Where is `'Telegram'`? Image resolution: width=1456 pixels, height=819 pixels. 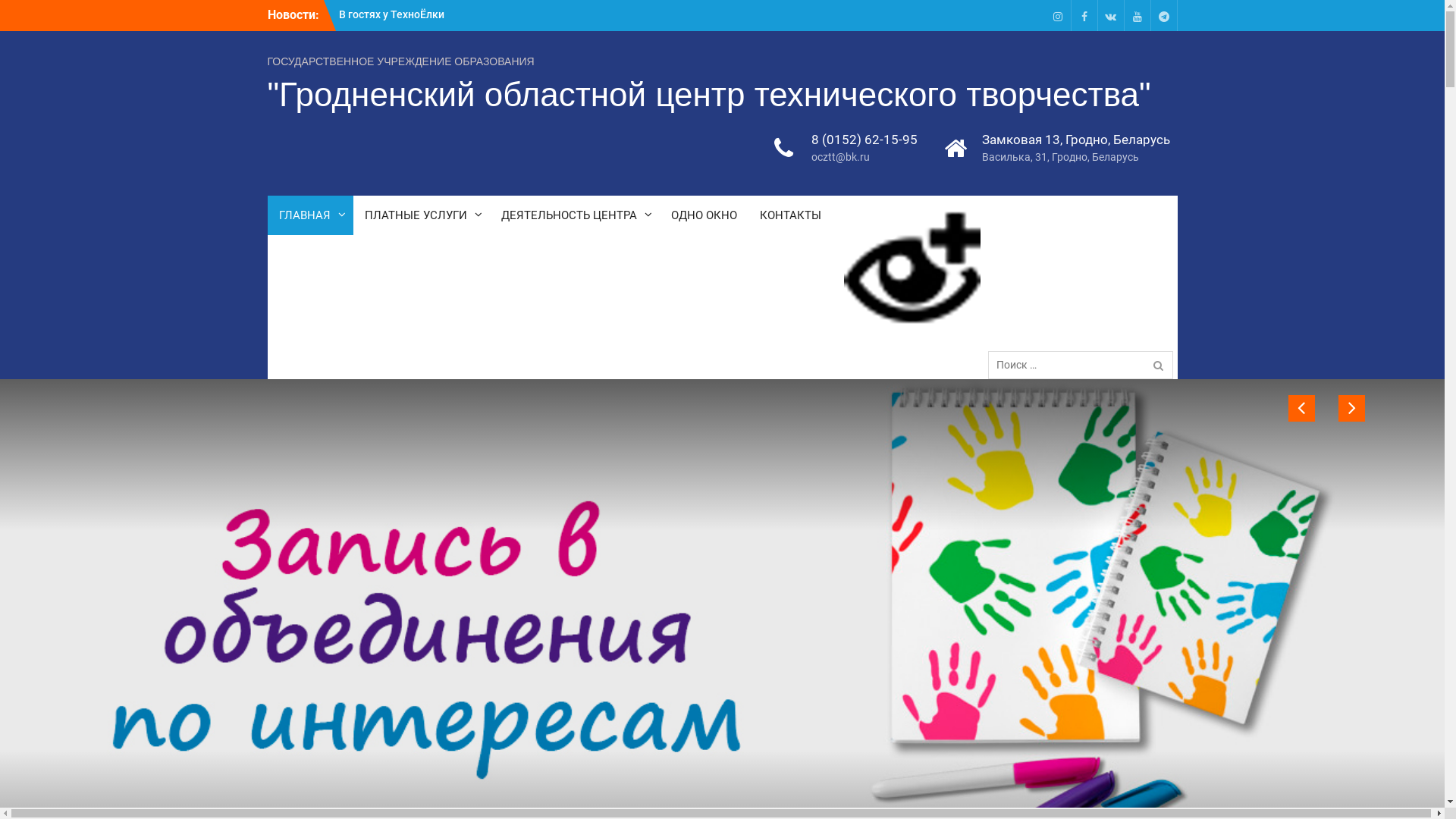
'Telegram' is located at coordinates (1163, 15).